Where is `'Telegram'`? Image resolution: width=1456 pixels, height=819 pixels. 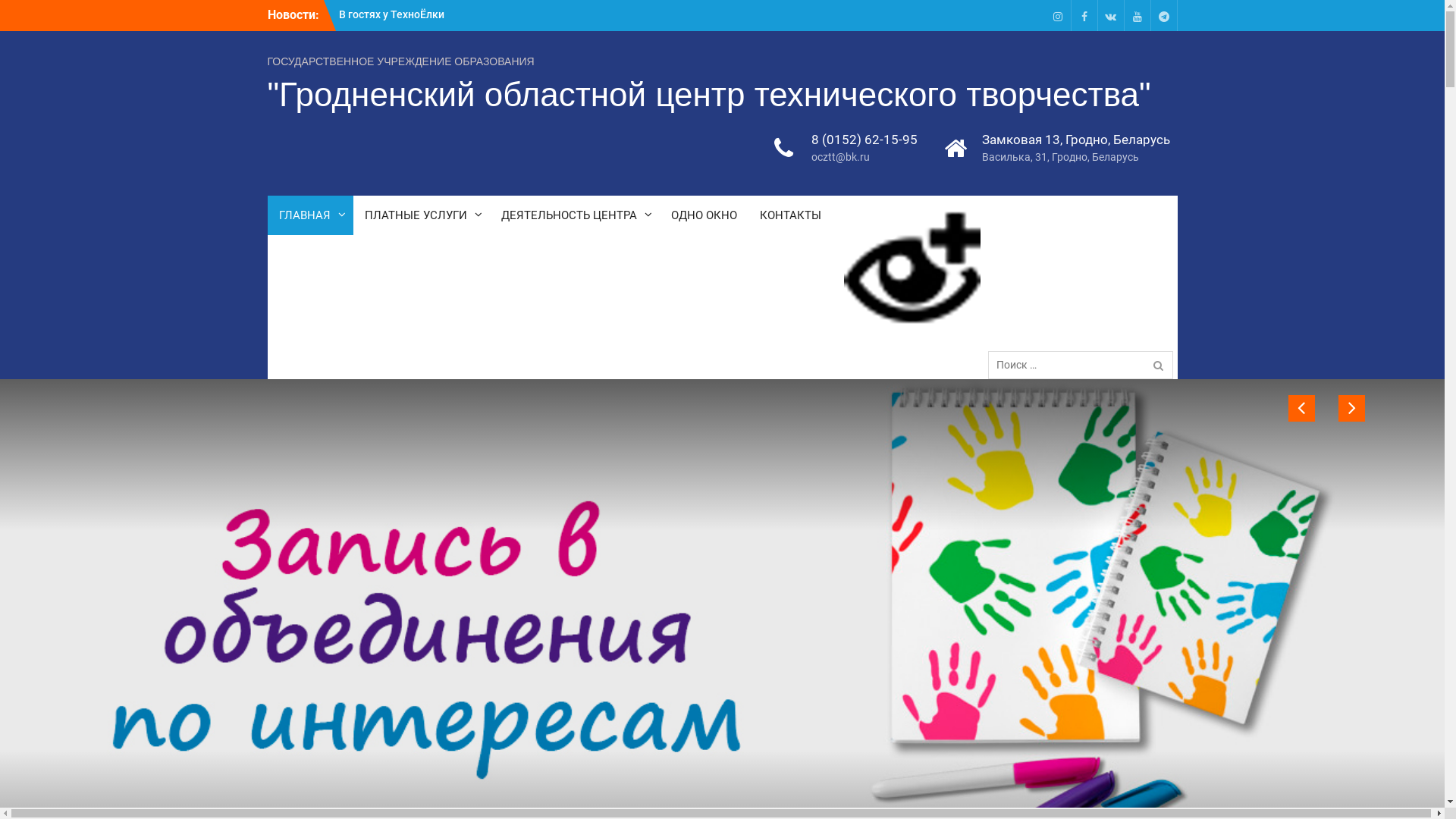
'Telegram' is located at coordinates (1163, 15).